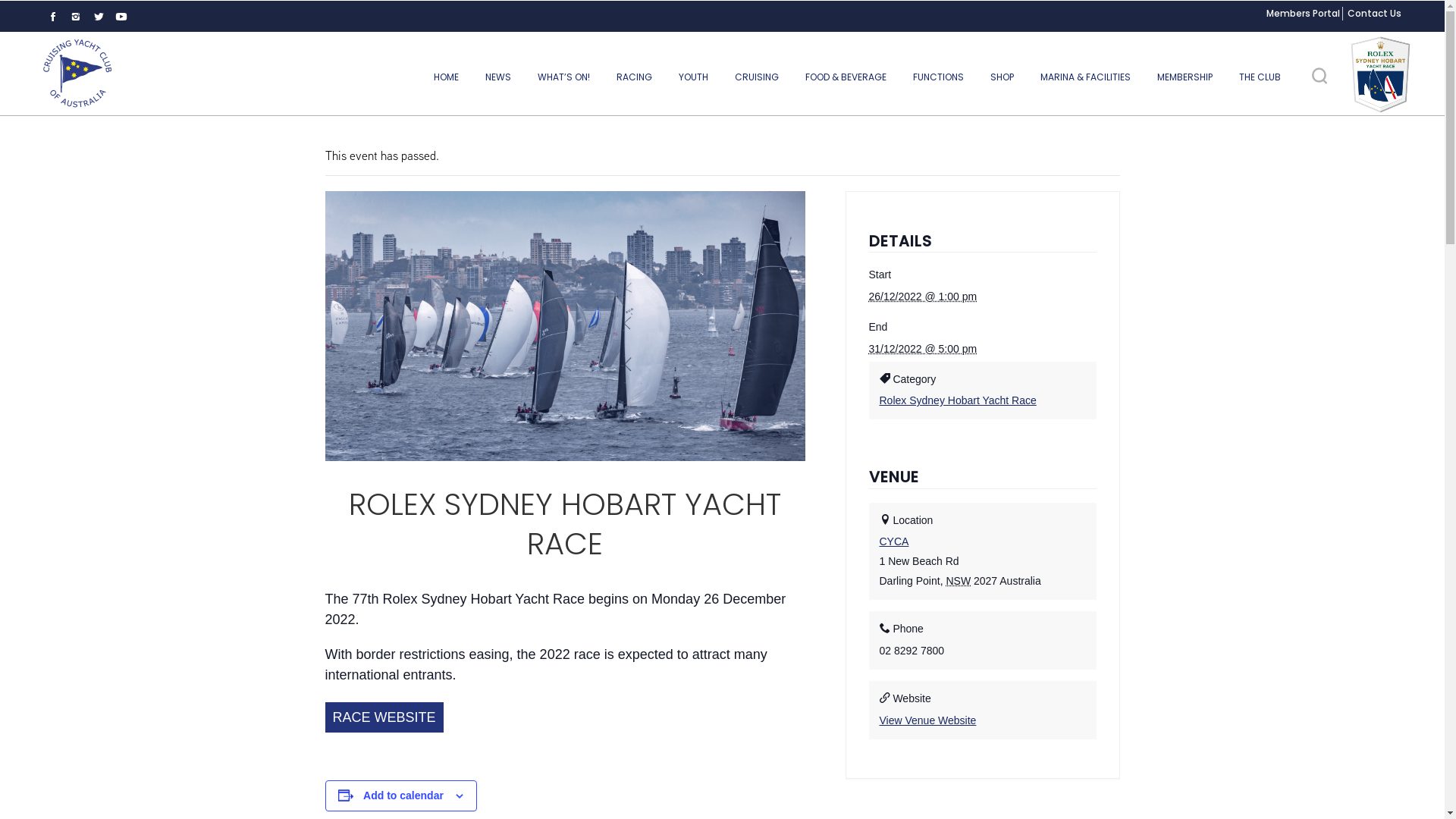 The width and height of the screenshot is (1456, 819). I want to click on 'NEWS', so click(498, 77).